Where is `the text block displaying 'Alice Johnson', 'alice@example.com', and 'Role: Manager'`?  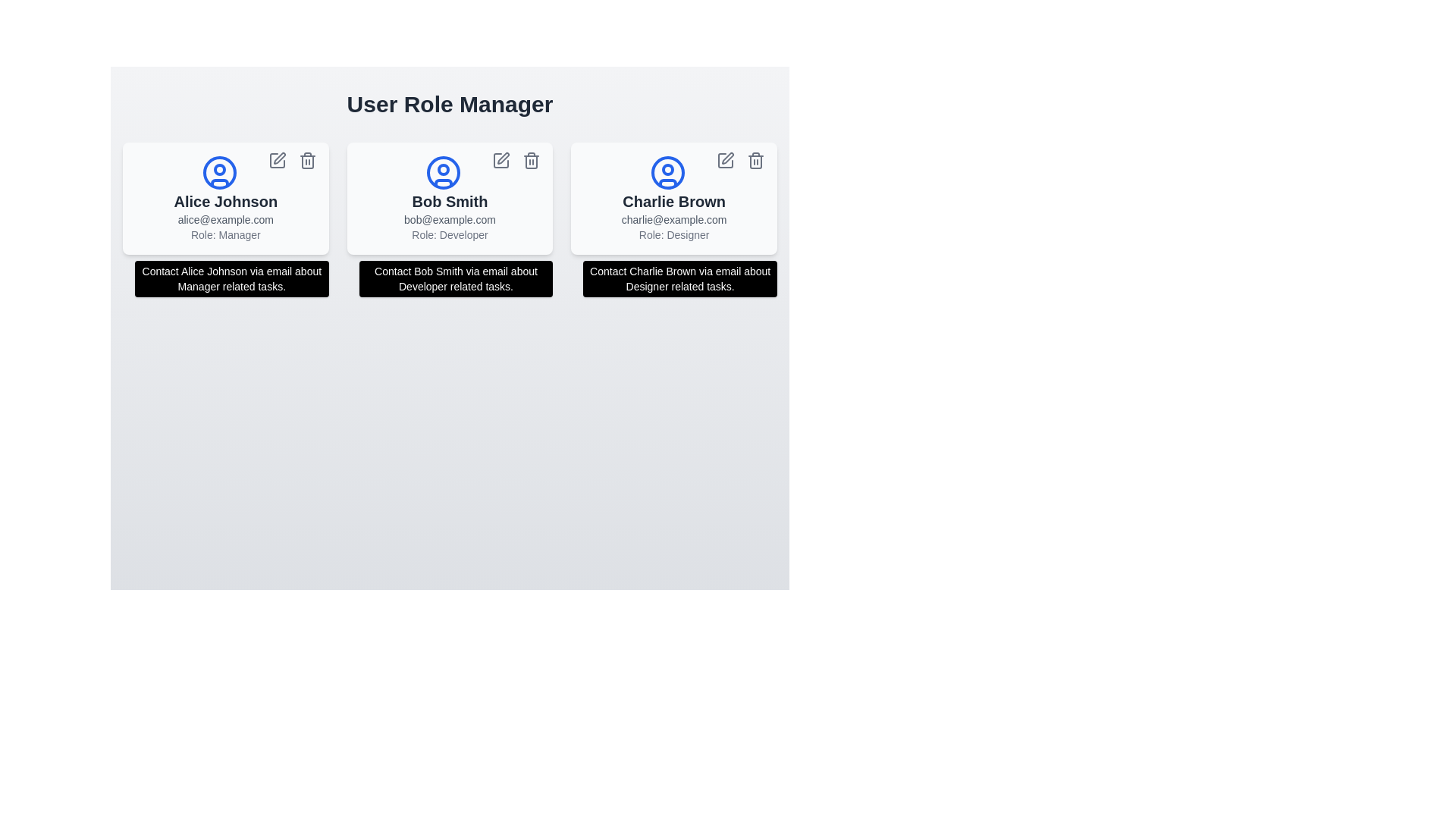
the text block displaying 'Alice Johnson', 'alice@example.com', and 'Role: Manager' is located at coordinates (224, 216).